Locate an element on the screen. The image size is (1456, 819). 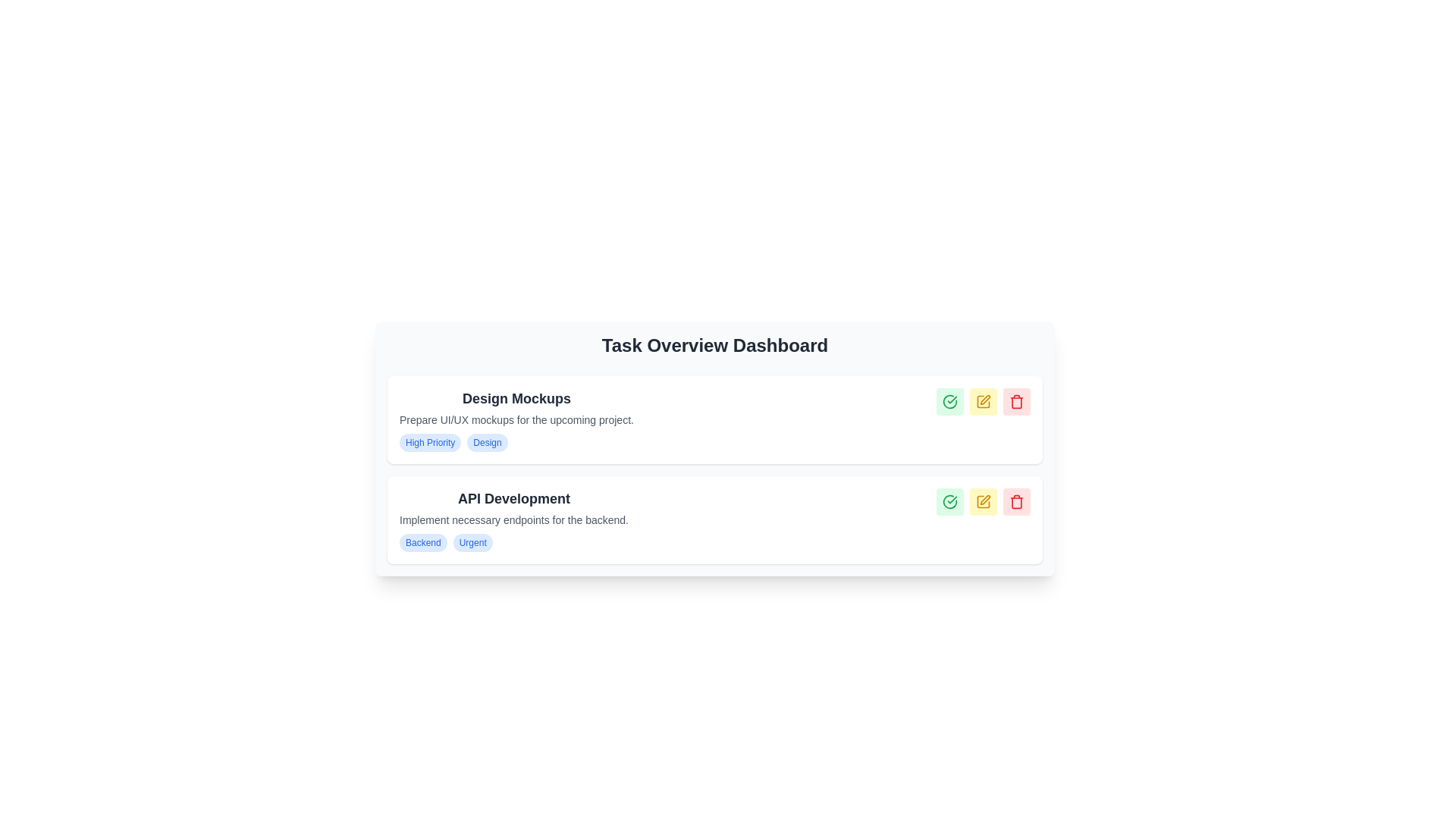
the yellow pencil icon button located in the top-right section of the 'Design Mockups' card is located at coordinates (983, 400).